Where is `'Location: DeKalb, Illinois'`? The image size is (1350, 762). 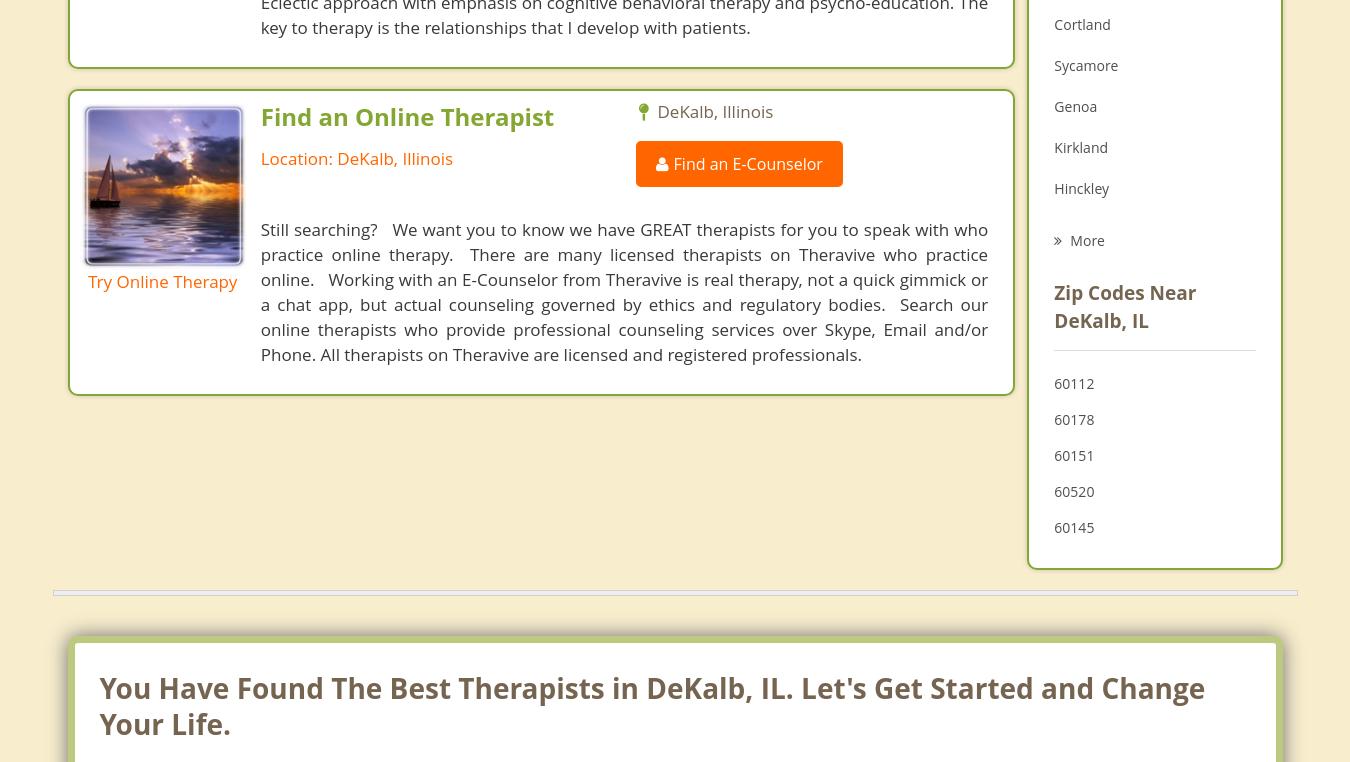
'Location: DeKalb, Illinois' is located at coordinates (356, 157).